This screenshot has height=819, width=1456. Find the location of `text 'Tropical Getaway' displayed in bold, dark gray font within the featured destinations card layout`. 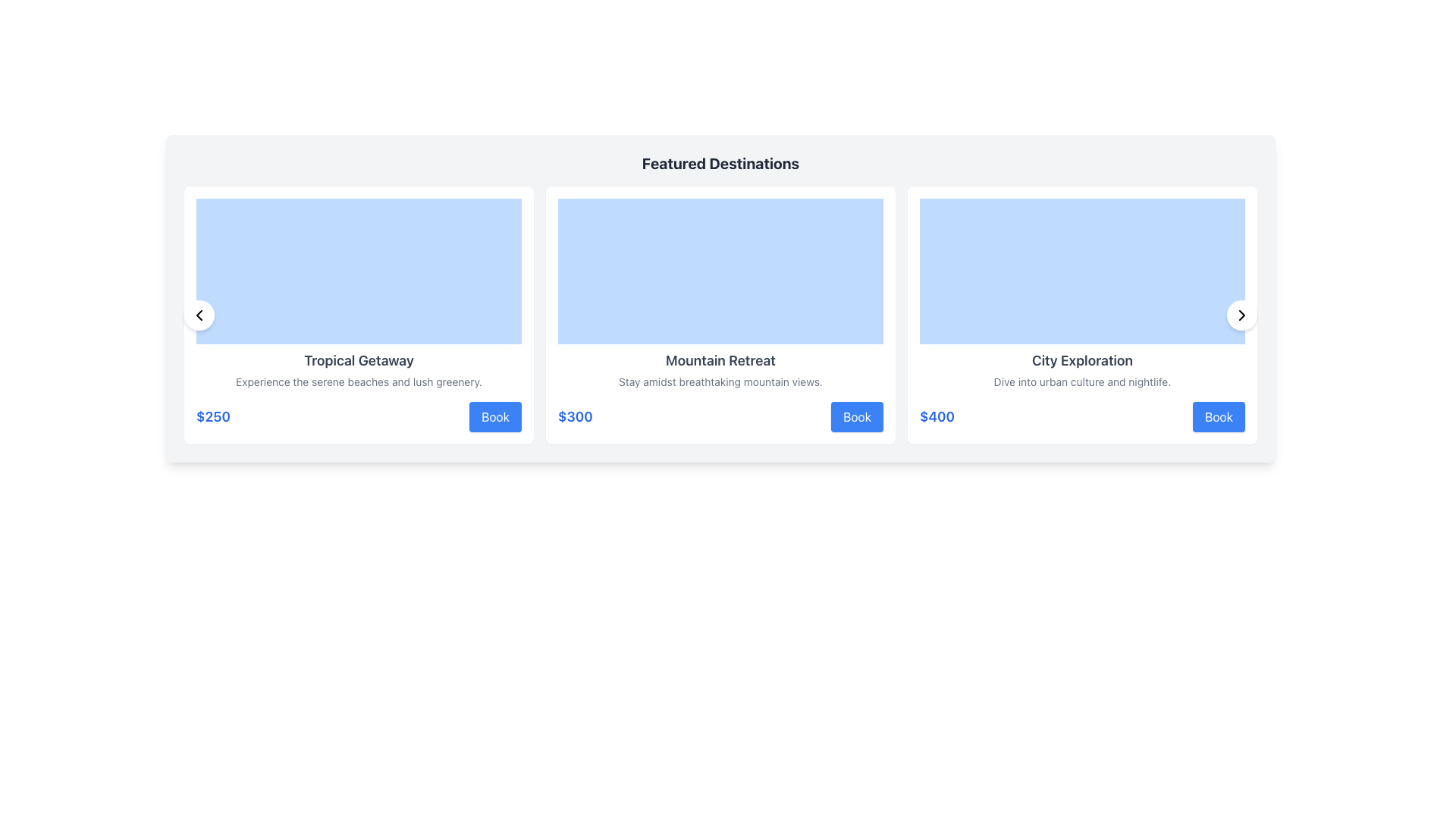

text 'Tropical Getaway' displayed in bold, dark gray font within the featured destinations card layout is located at coordinates (358, 360).